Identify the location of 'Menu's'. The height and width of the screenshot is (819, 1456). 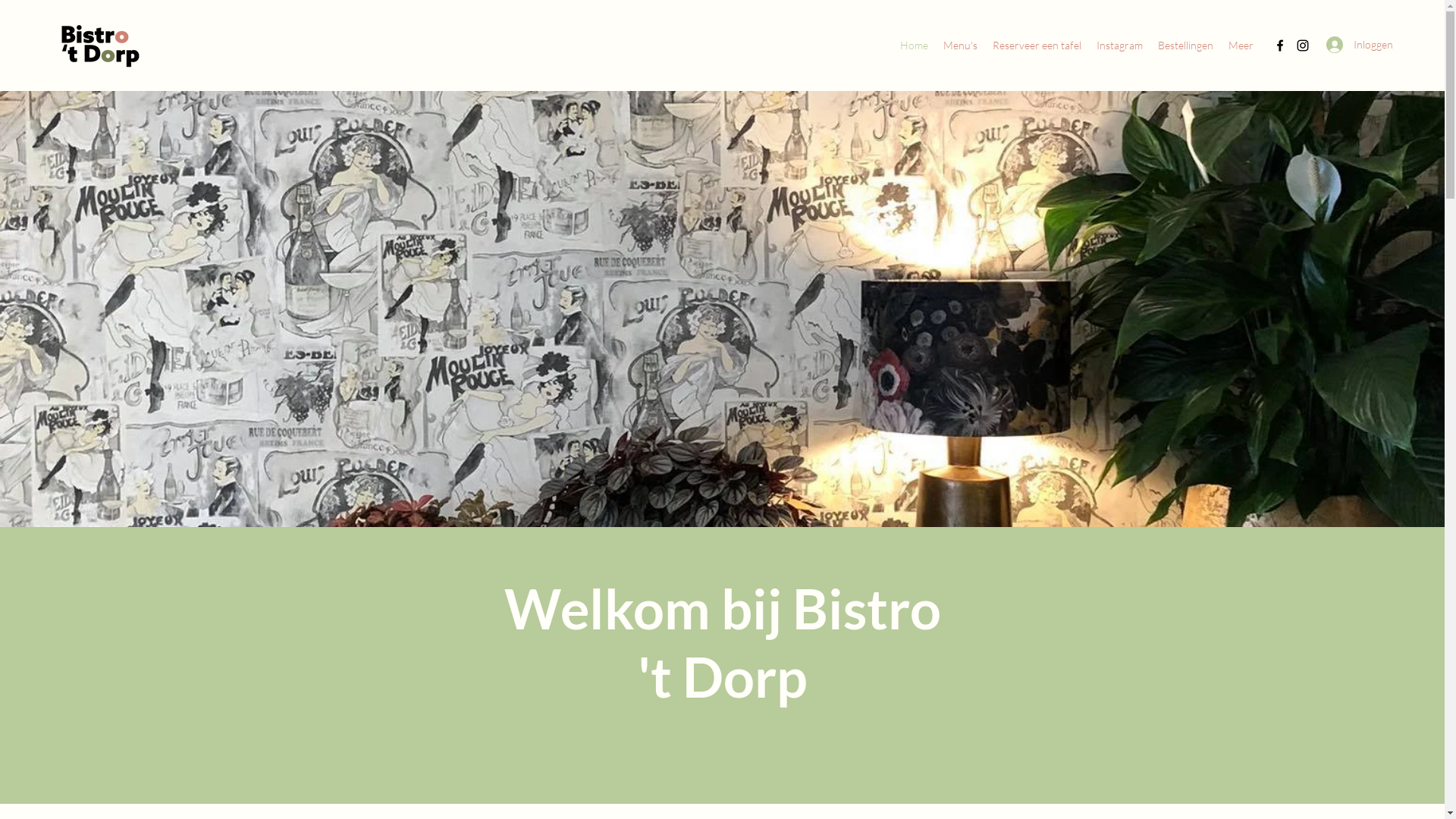
(959, 45).